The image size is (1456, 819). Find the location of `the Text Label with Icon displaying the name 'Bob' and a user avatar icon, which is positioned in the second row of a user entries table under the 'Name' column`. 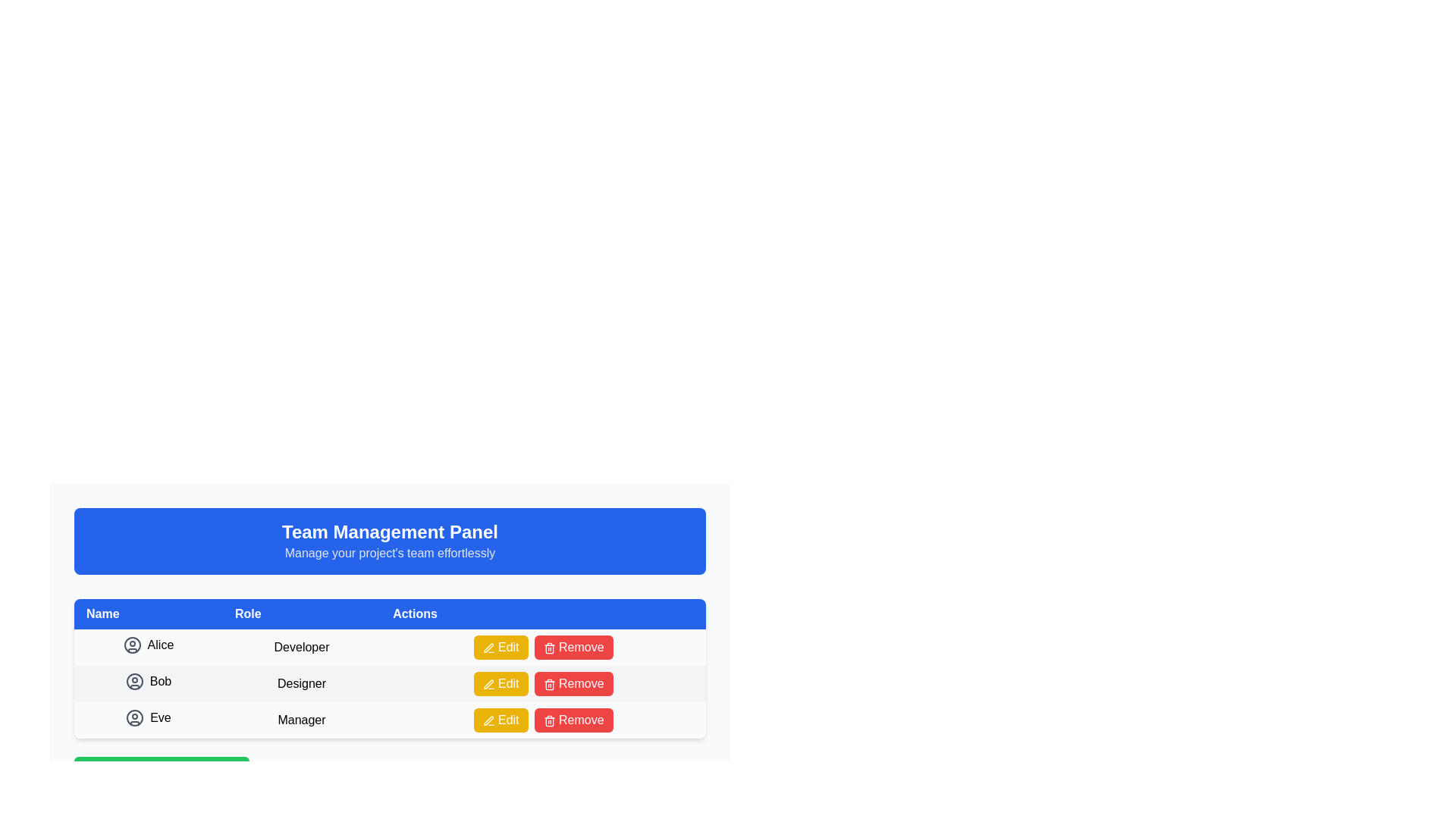

the Text Label with Icon displaying the name 'Bob' and a user avatar icon, which is positioned in the second row of a user entries table under the 'Name' column is located at coordinates (149, 684).